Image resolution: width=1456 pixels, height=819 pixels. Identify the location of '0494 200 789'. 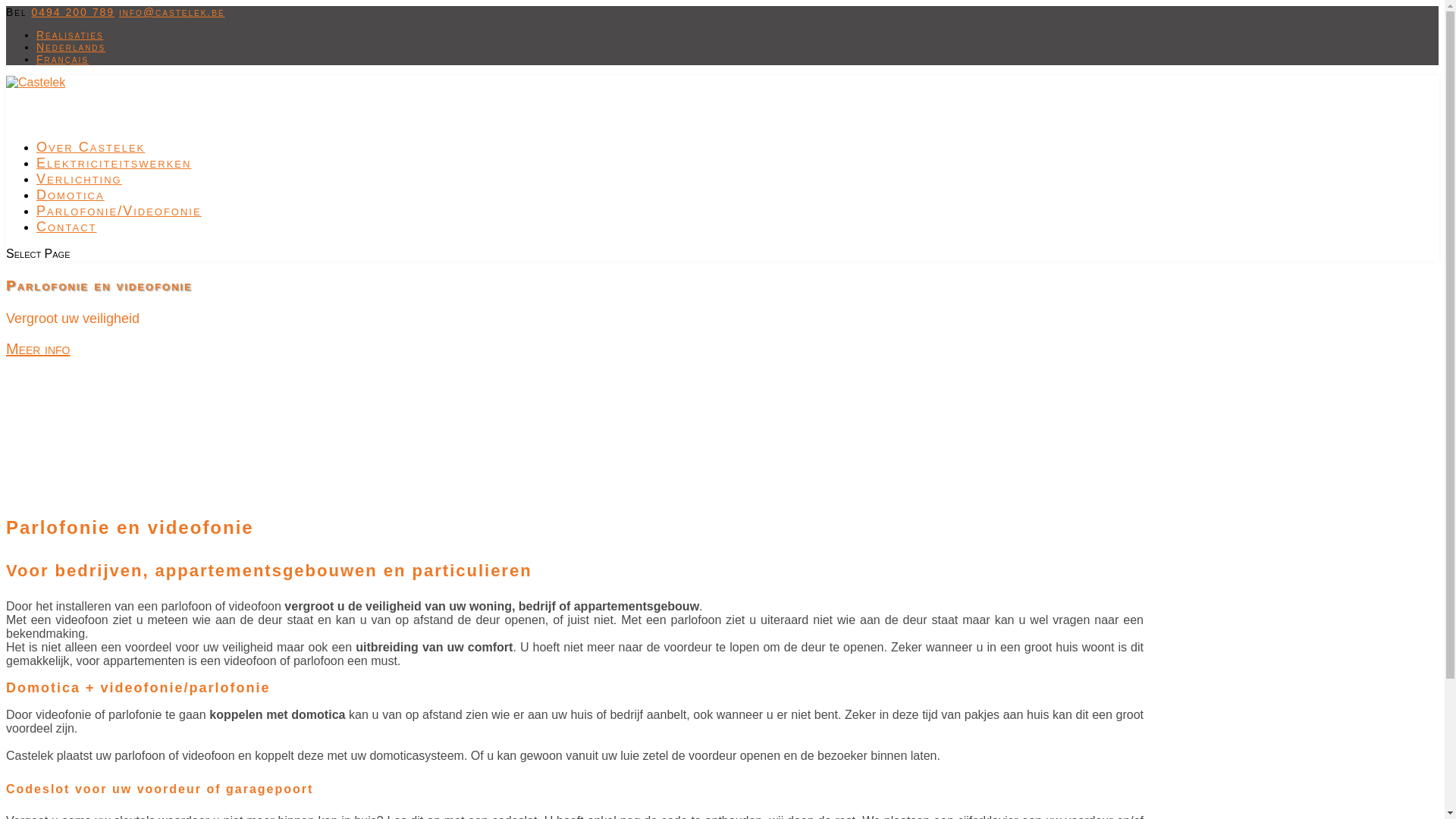
(72, 11).